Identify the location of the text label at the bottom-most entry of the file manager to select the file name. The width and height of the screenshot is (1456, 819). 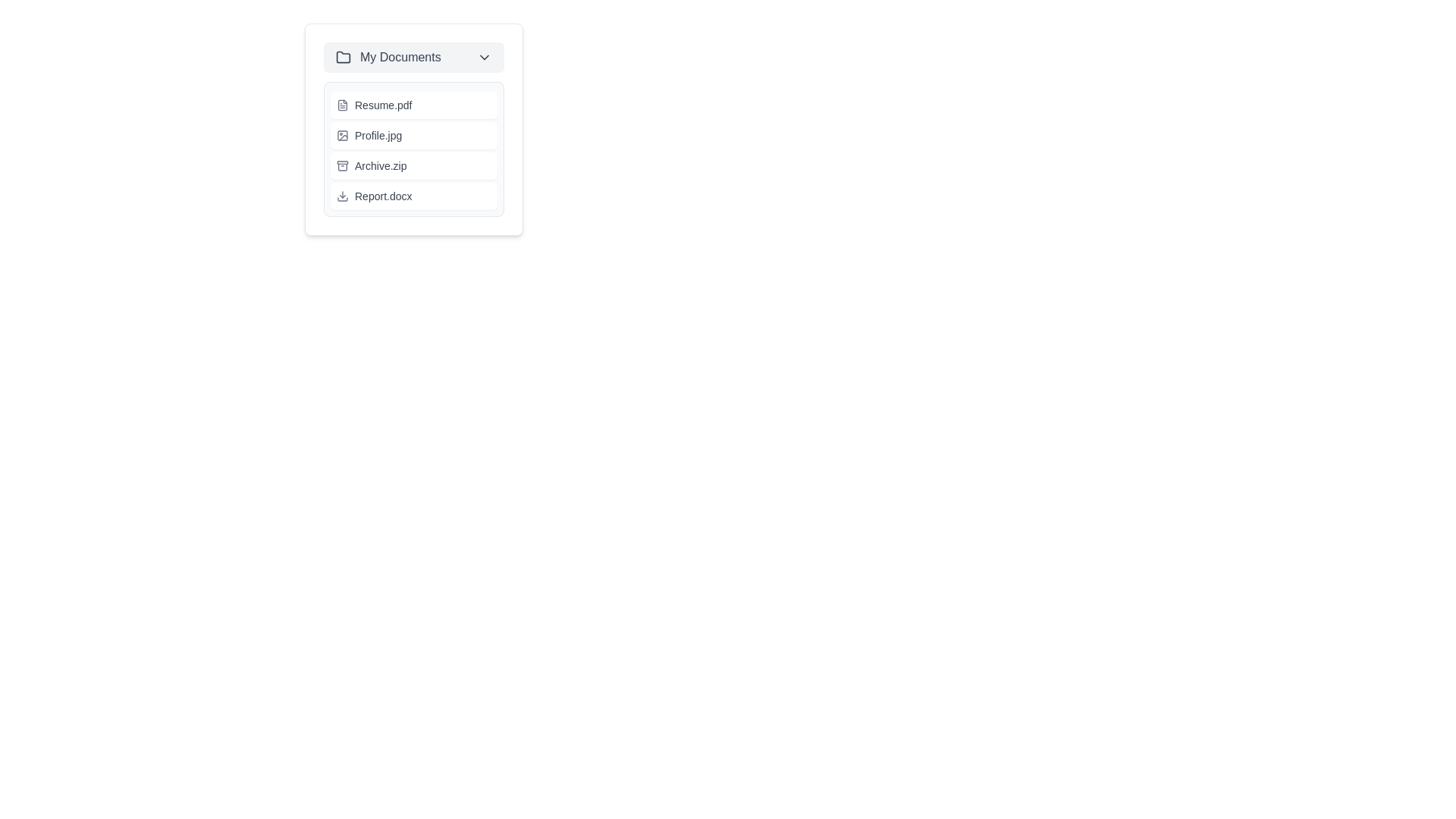
(383, 195).